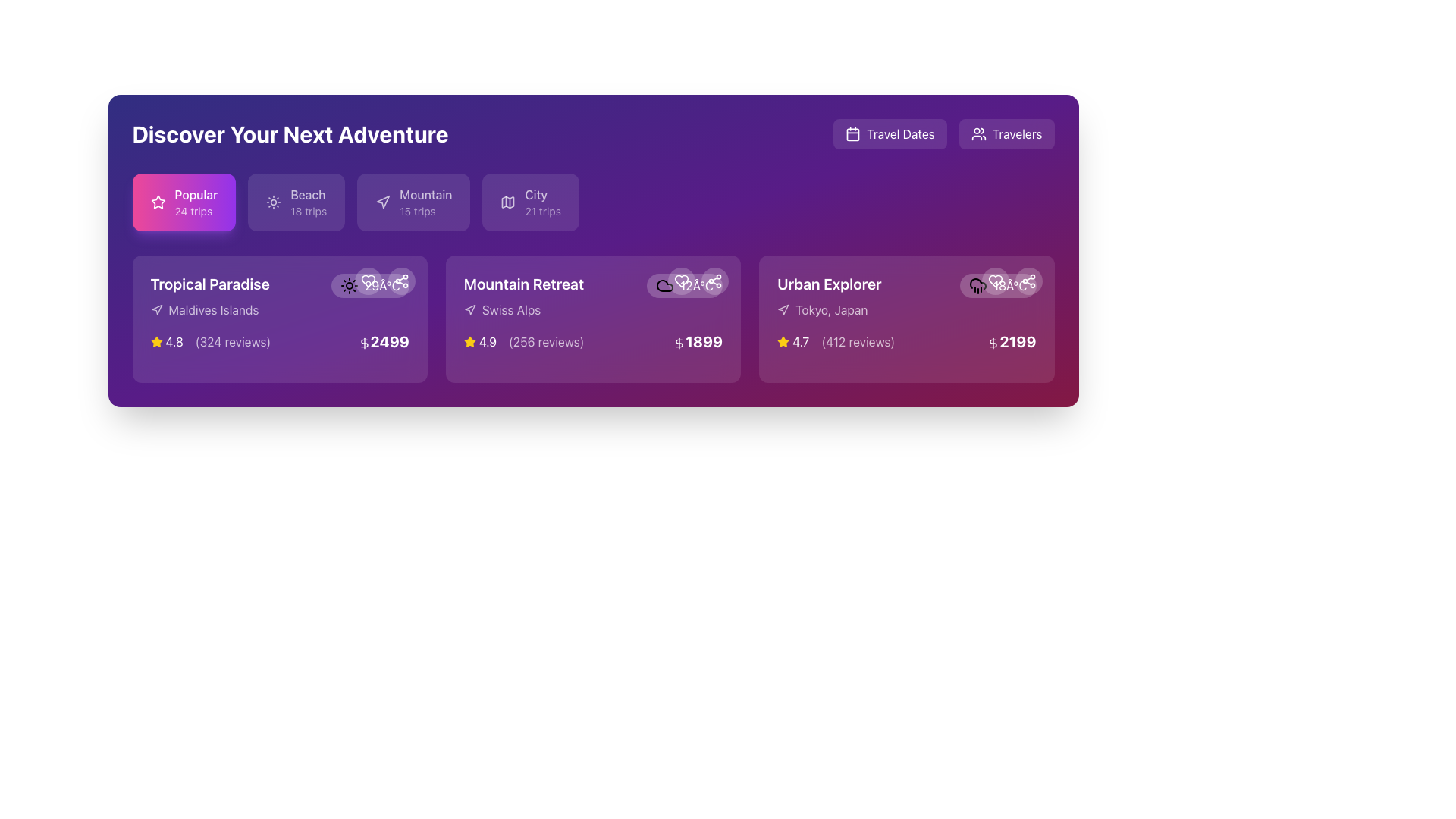 The height and width of the screenshot is (819, 1456). Describe the element at coordinates (1012, 281) in the screenshot. I see `the heart icon located in the top-right corner of the 'Urban Explorer' card to like it` at that location.